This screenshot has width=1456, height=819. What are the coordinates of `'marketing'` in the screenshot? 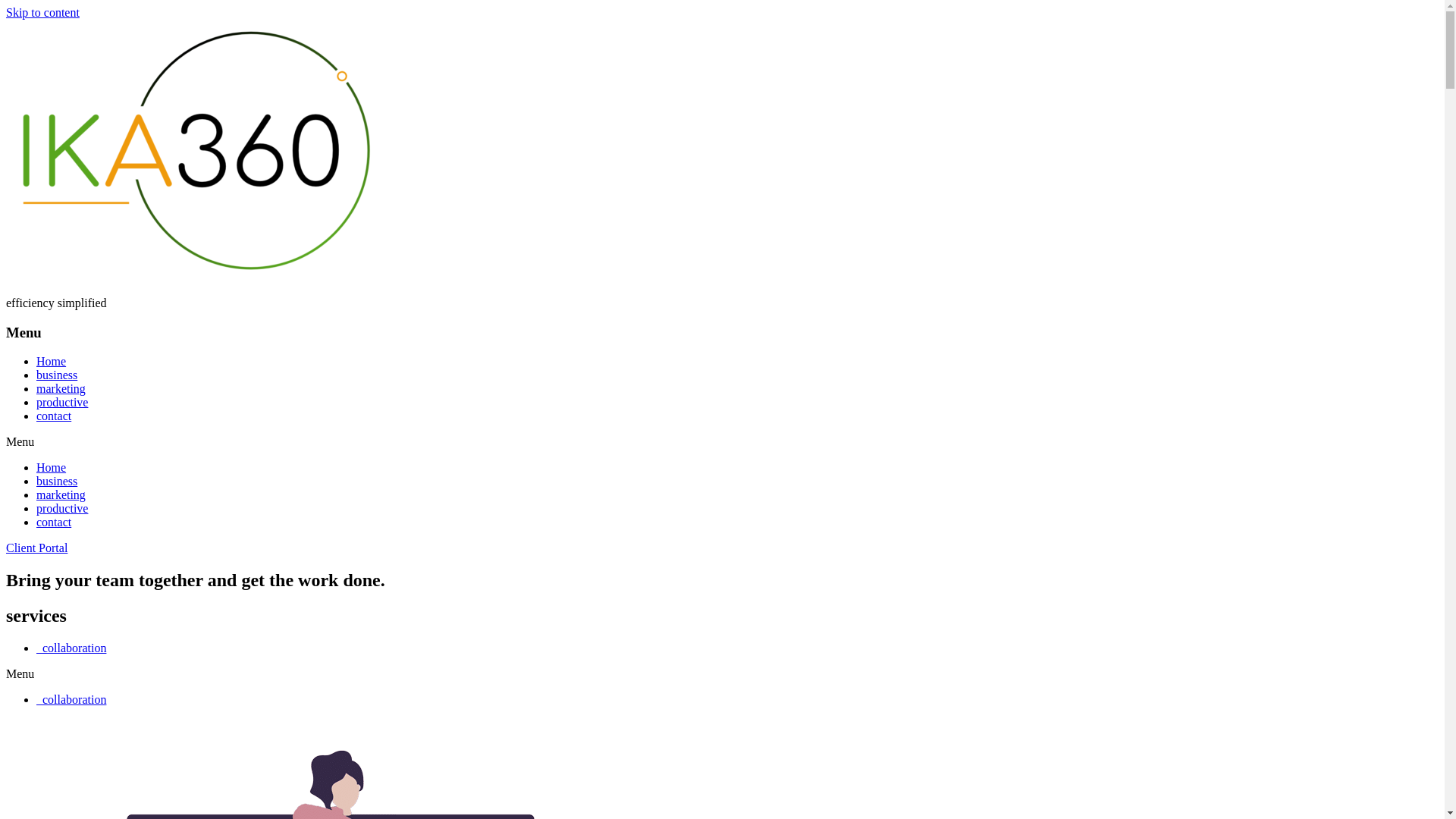 It's located at (61, 494).